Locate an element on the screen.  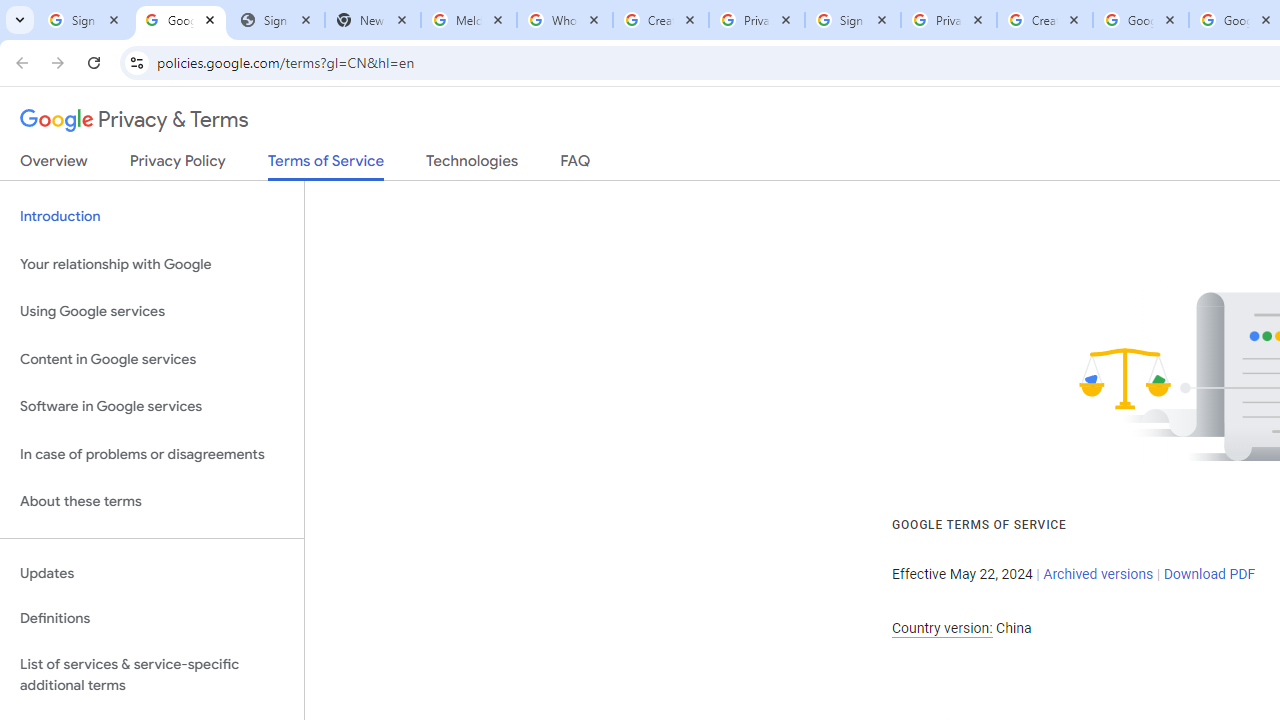
'Your relationship with Google' is located at coordinates (151, 263).